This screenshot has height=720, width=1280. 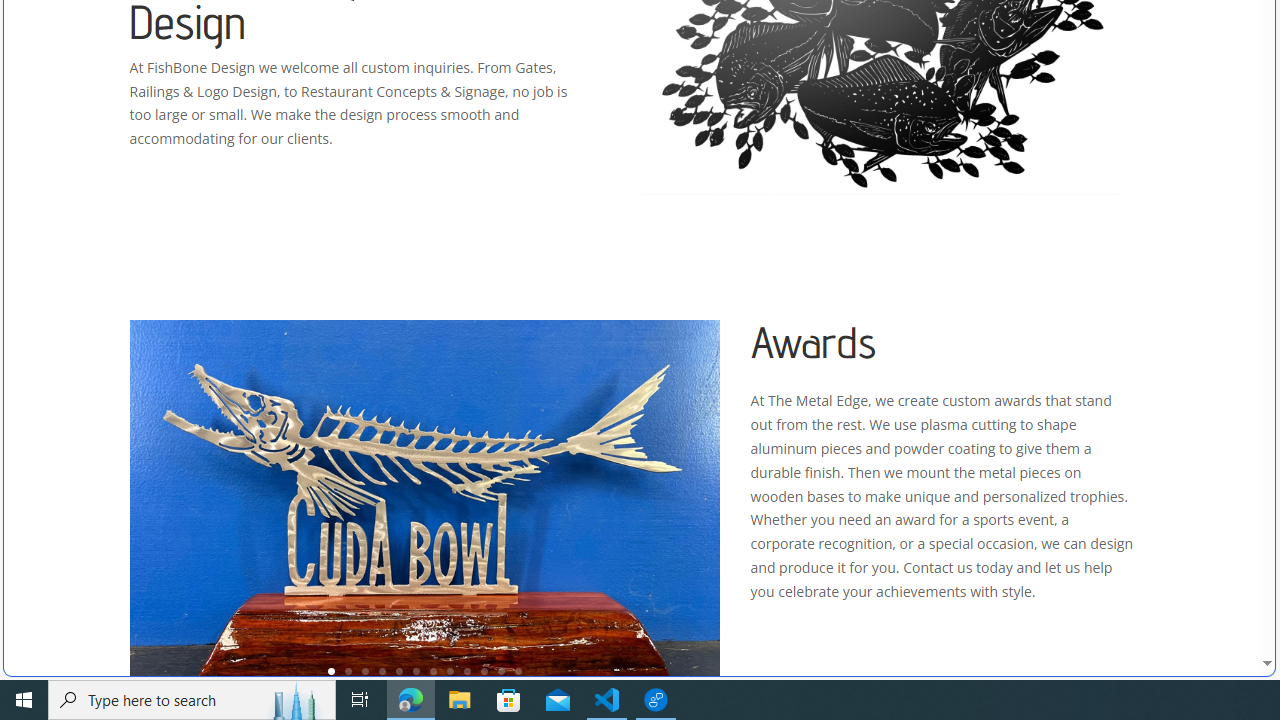 What do you see at coordinates (382, 671) in the screenshot?
I see `'4'` at bounding box center [382, 671].